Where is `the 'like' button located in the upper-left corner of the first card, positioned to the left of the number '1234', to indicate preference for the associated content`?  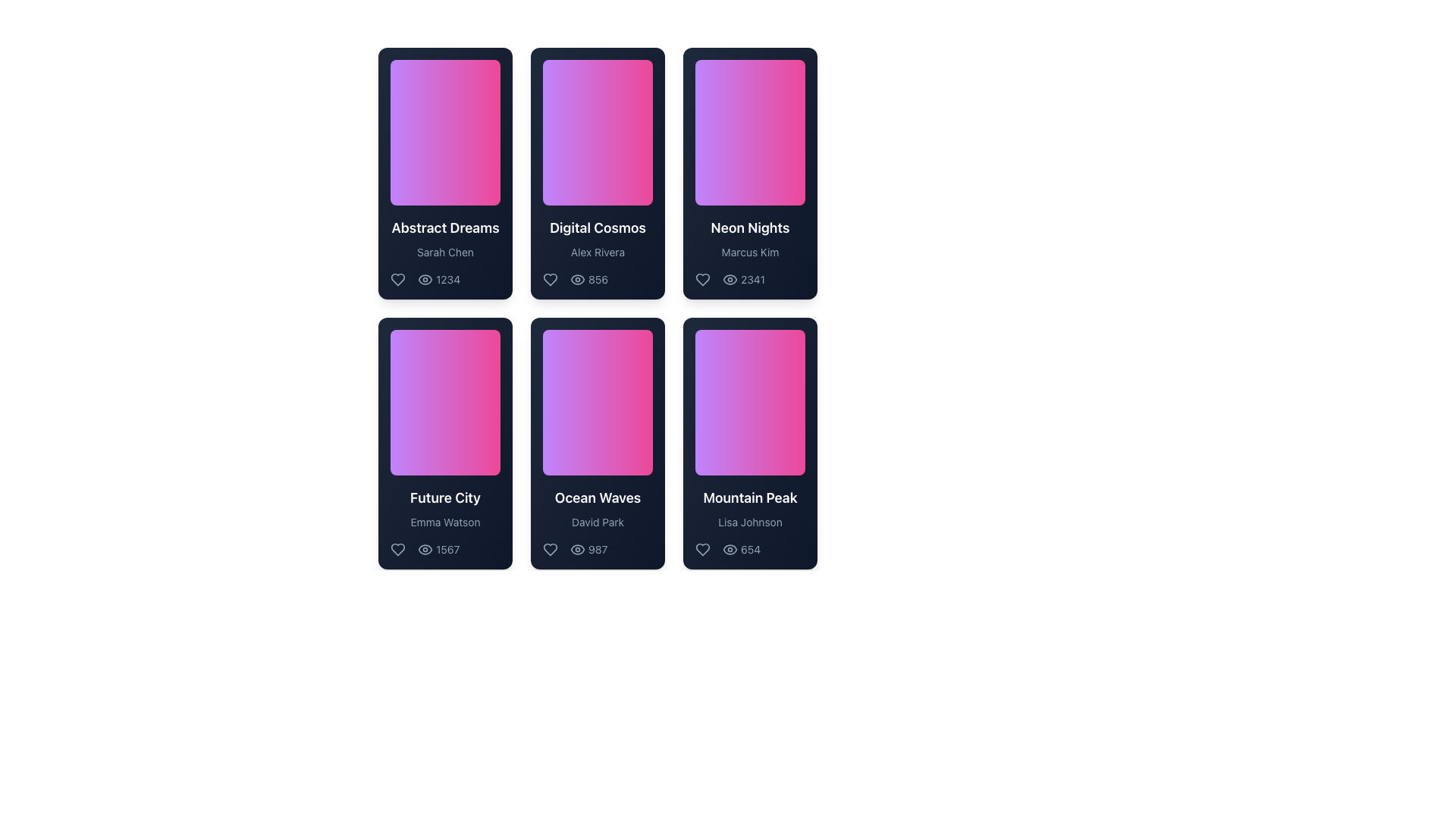
the 'like' button located in the upper-left corner of the first card, positioned to the left of the number '1234', to indicate preference for the associated content is located at coordinates (397, 280).